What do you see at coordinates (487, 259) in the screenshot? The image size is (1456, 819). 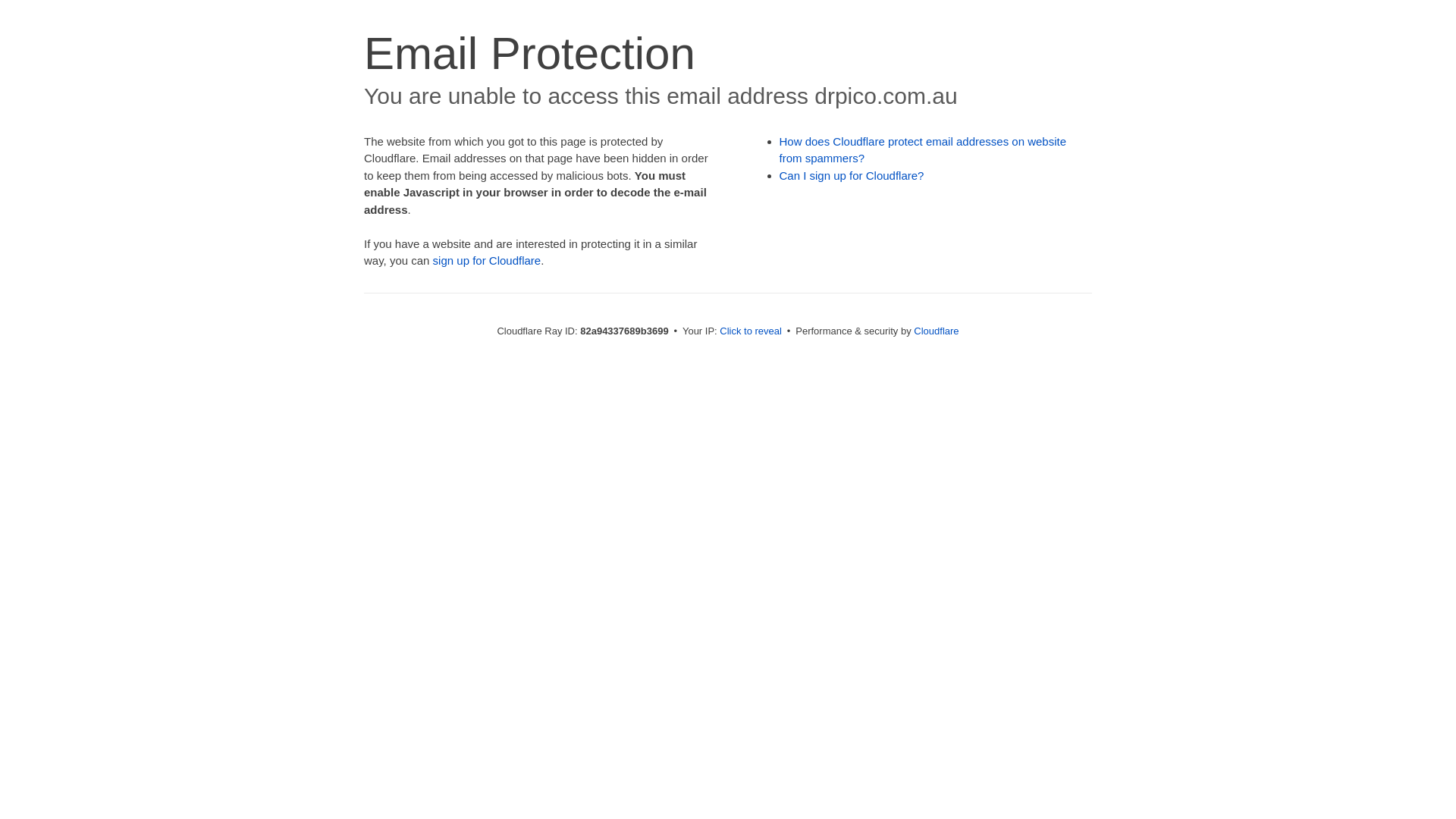 I see `'sign up for Cloudflare'` at bounding box center [487, 259].